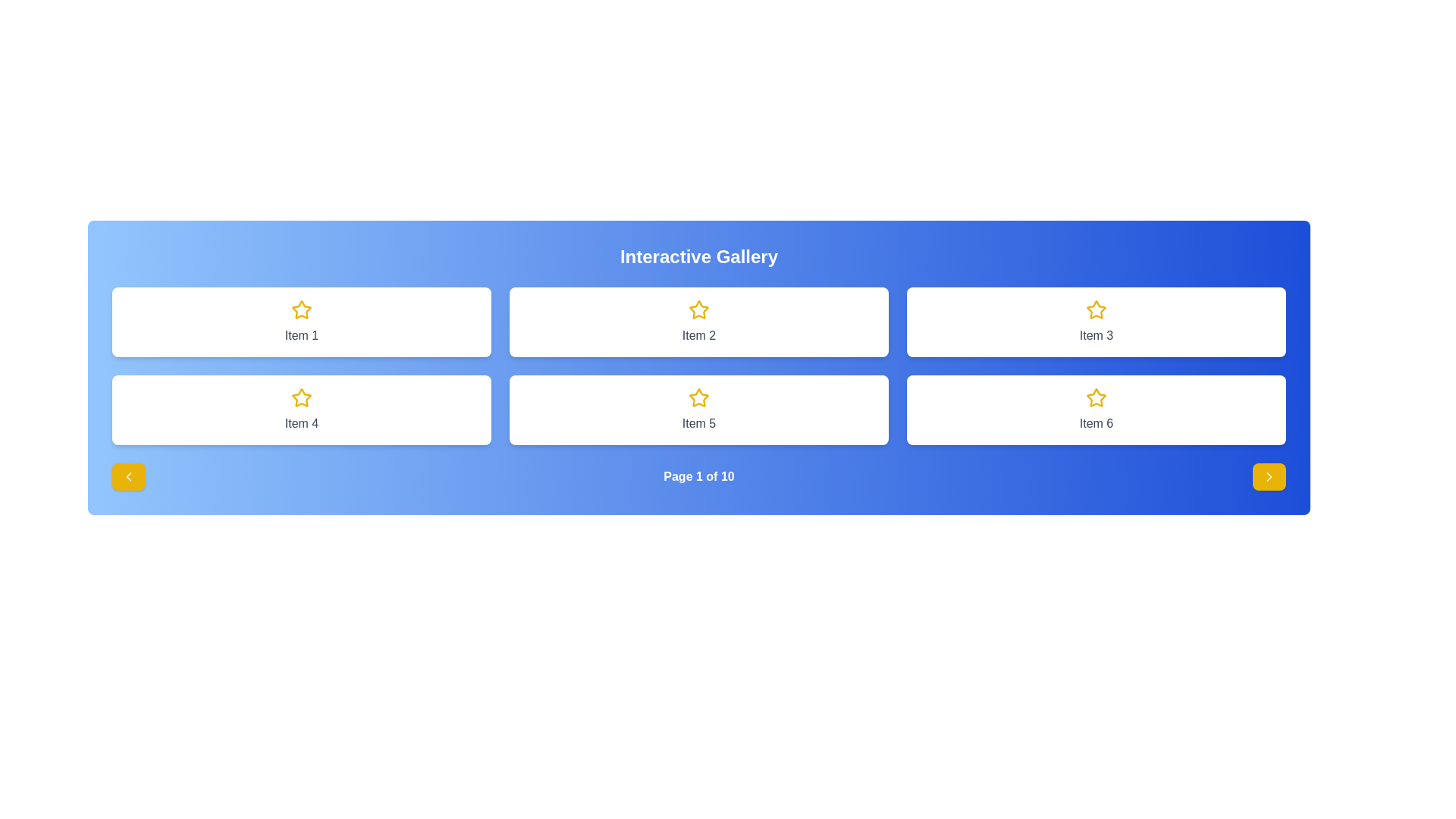 This screenshot has width=1456, height=819. What do you see at coordinates (698, 321) in the screenshot?
I see `the grid item representing 'Item 2', which is located in the first row, second column of the grid layout` at bounding box center [698, 321].